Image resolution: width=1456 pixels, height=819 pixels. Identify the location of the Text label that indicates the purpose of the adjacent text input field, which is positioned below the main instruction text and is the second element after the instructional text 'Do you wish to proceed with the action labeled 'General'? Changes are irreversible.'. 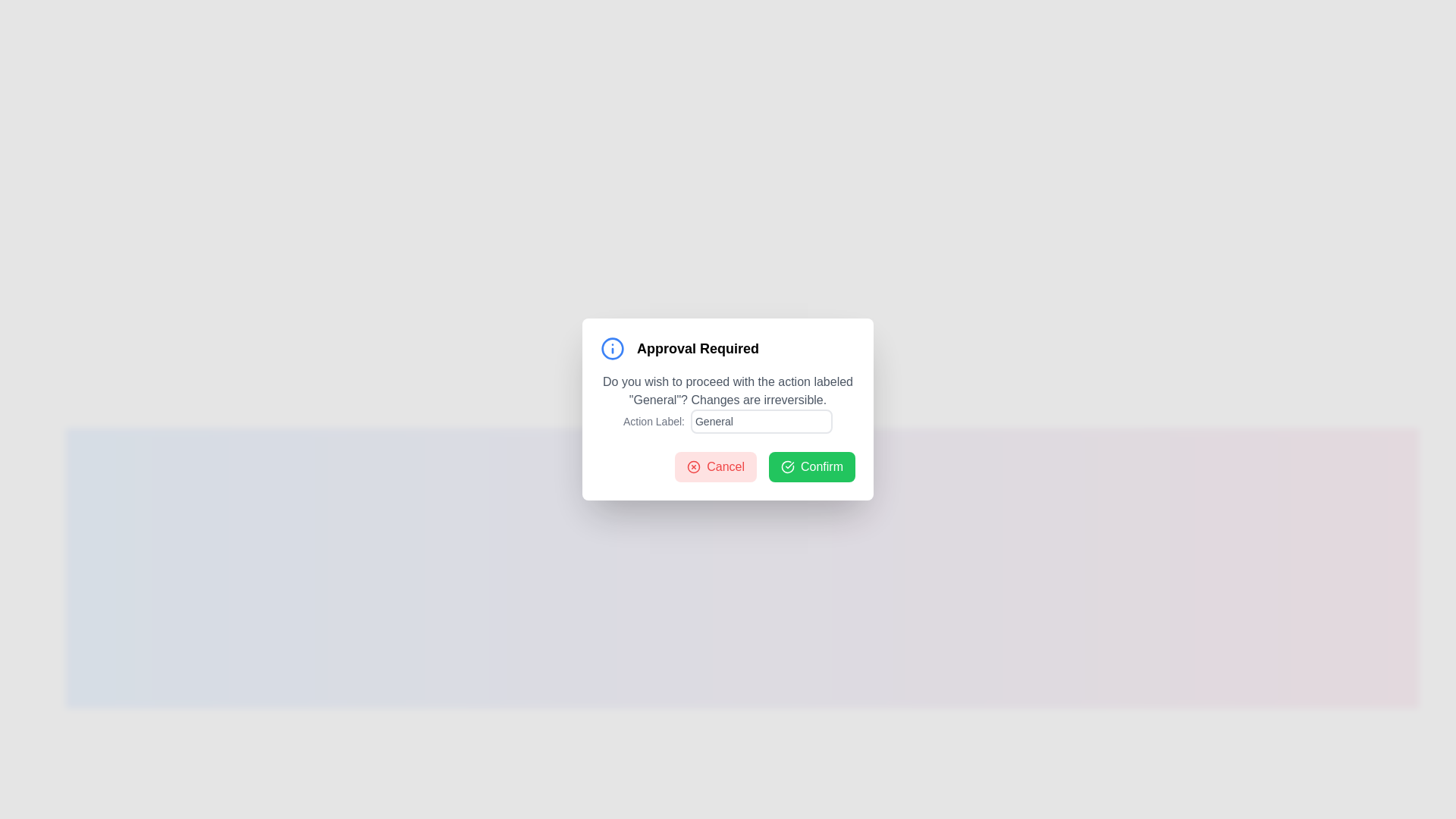
(728, 421).